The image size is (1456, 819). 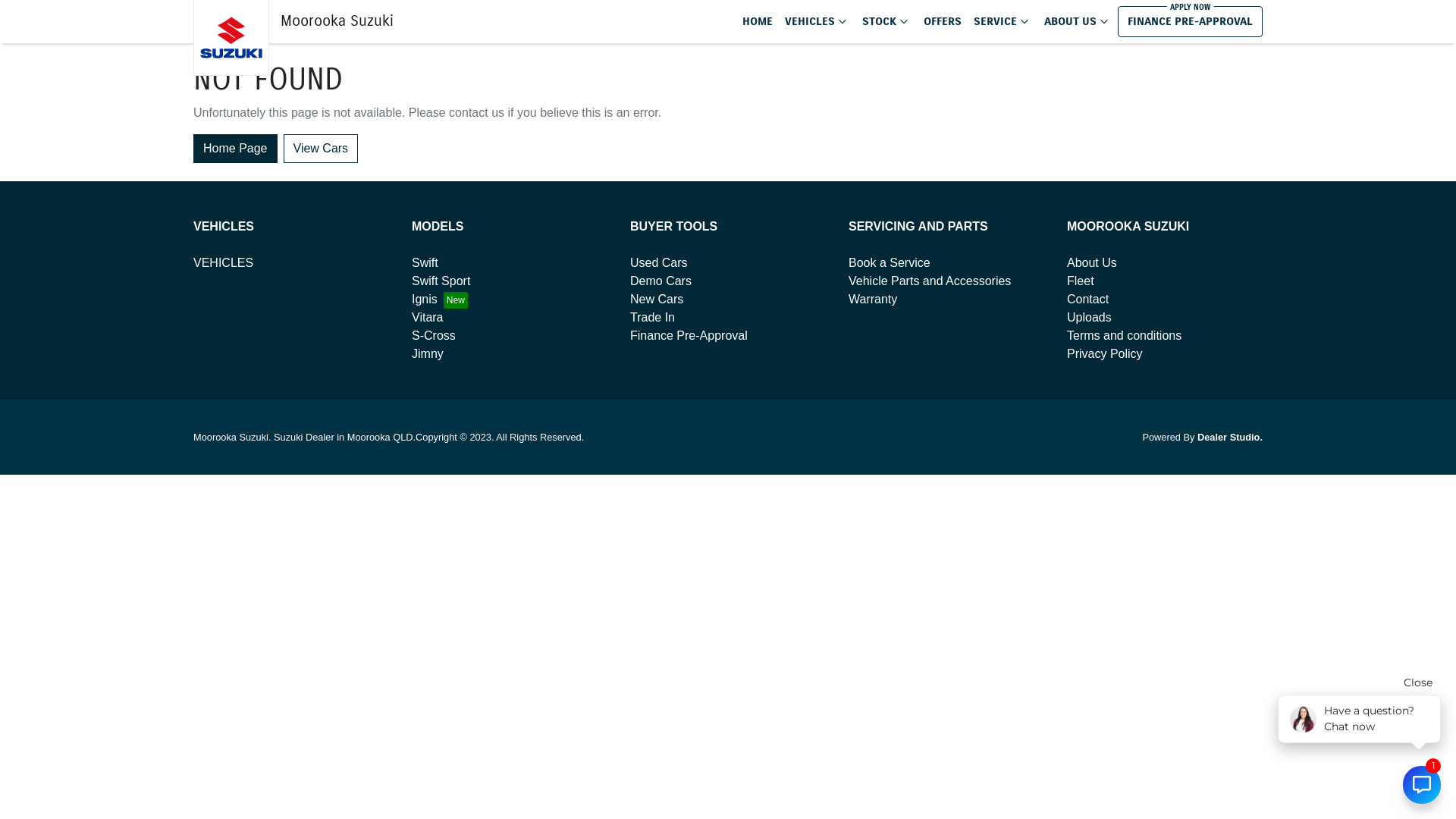 What do you see at coordinates (942, 21) in the screenshot?
I see `'OFFERS'` at bounding box center [942, 21].